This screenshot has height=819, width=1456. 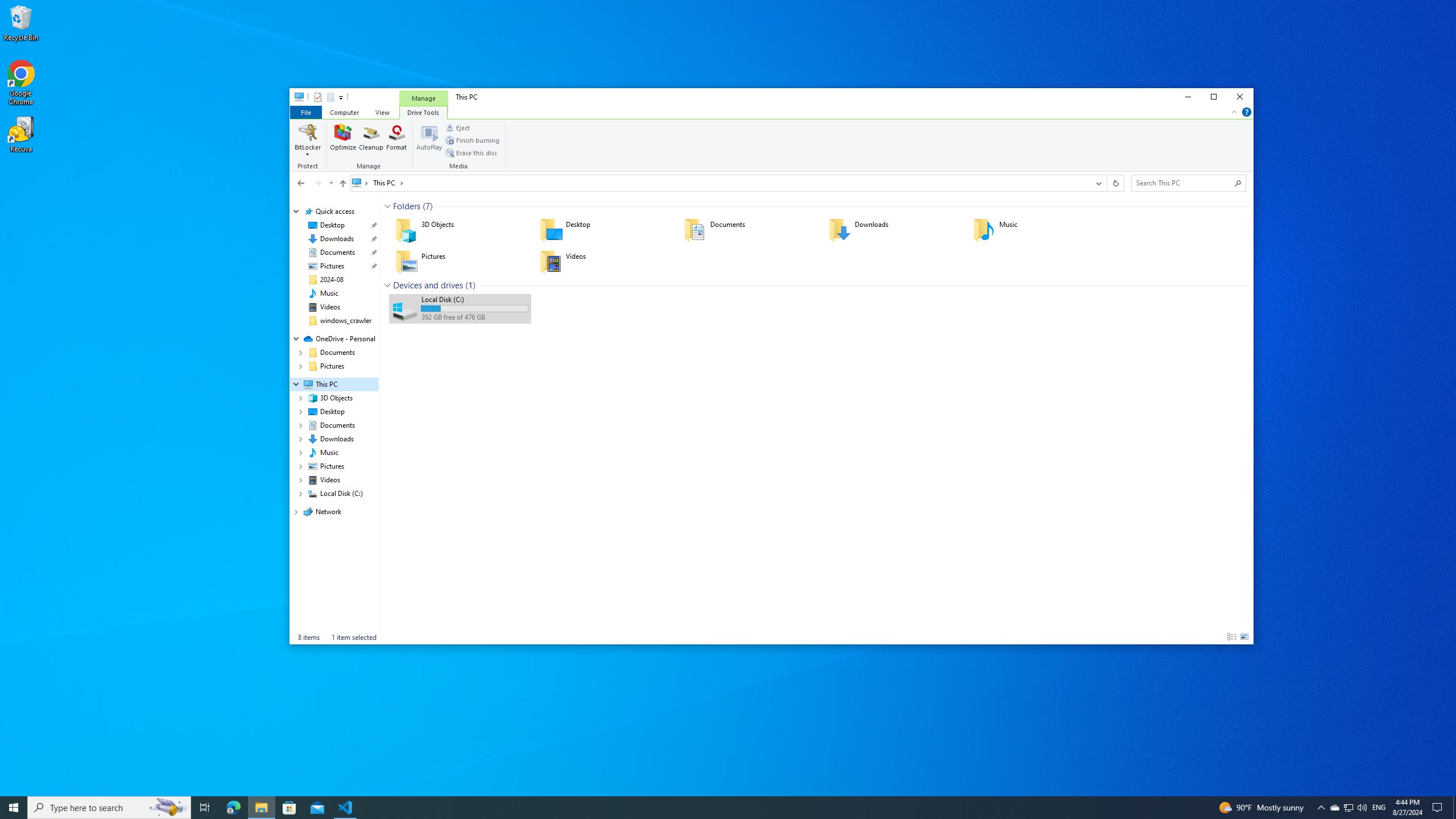 What do you see at coordinates (332, 225) in the screenshot?
I see `'Desktop (pinned)'` at bounding box center [332, 225].